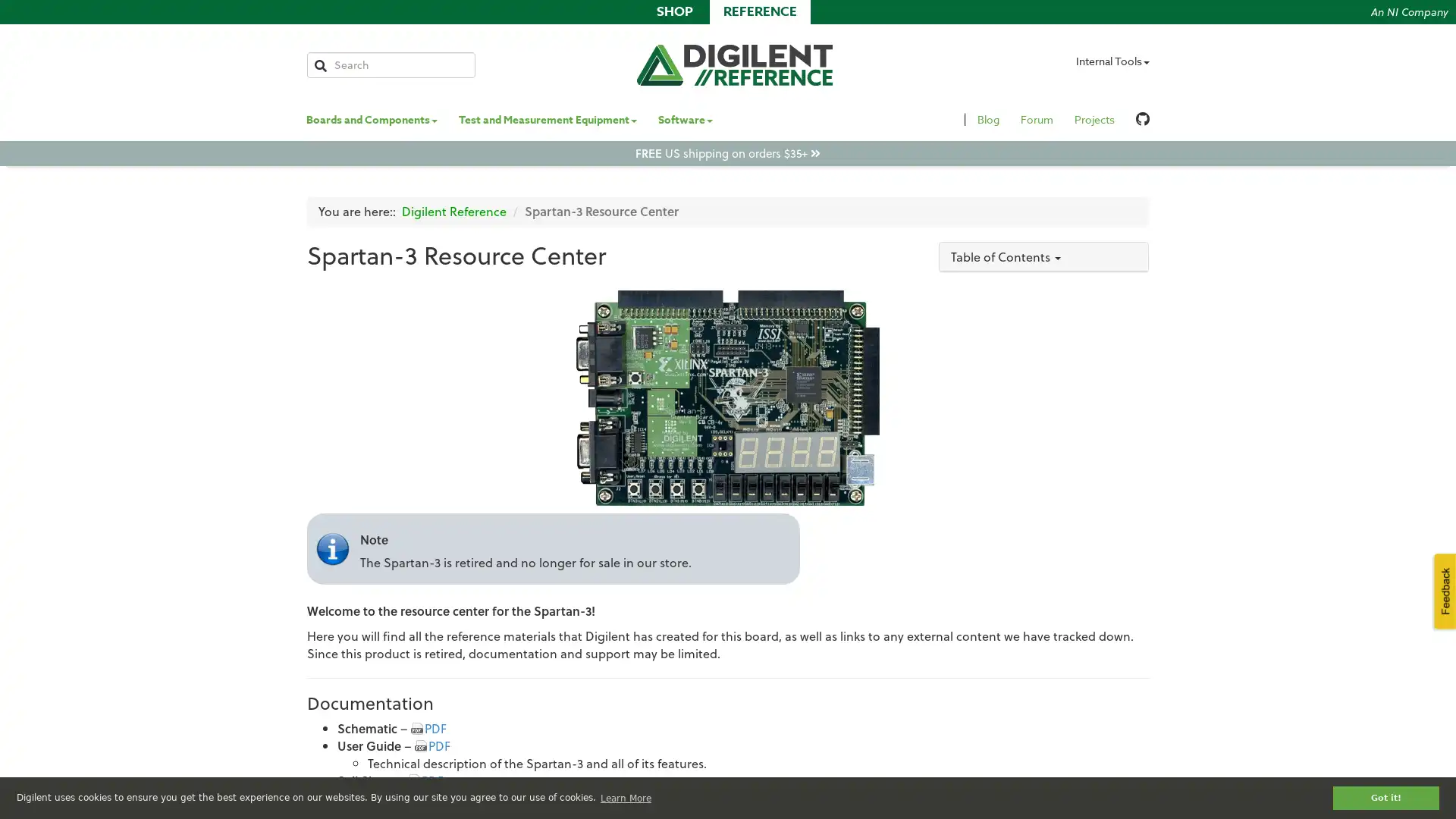  What do you see at coordinates (626, 797) in the screenshot?
I see `learn more about cookies` at bounding box center [626, 797].